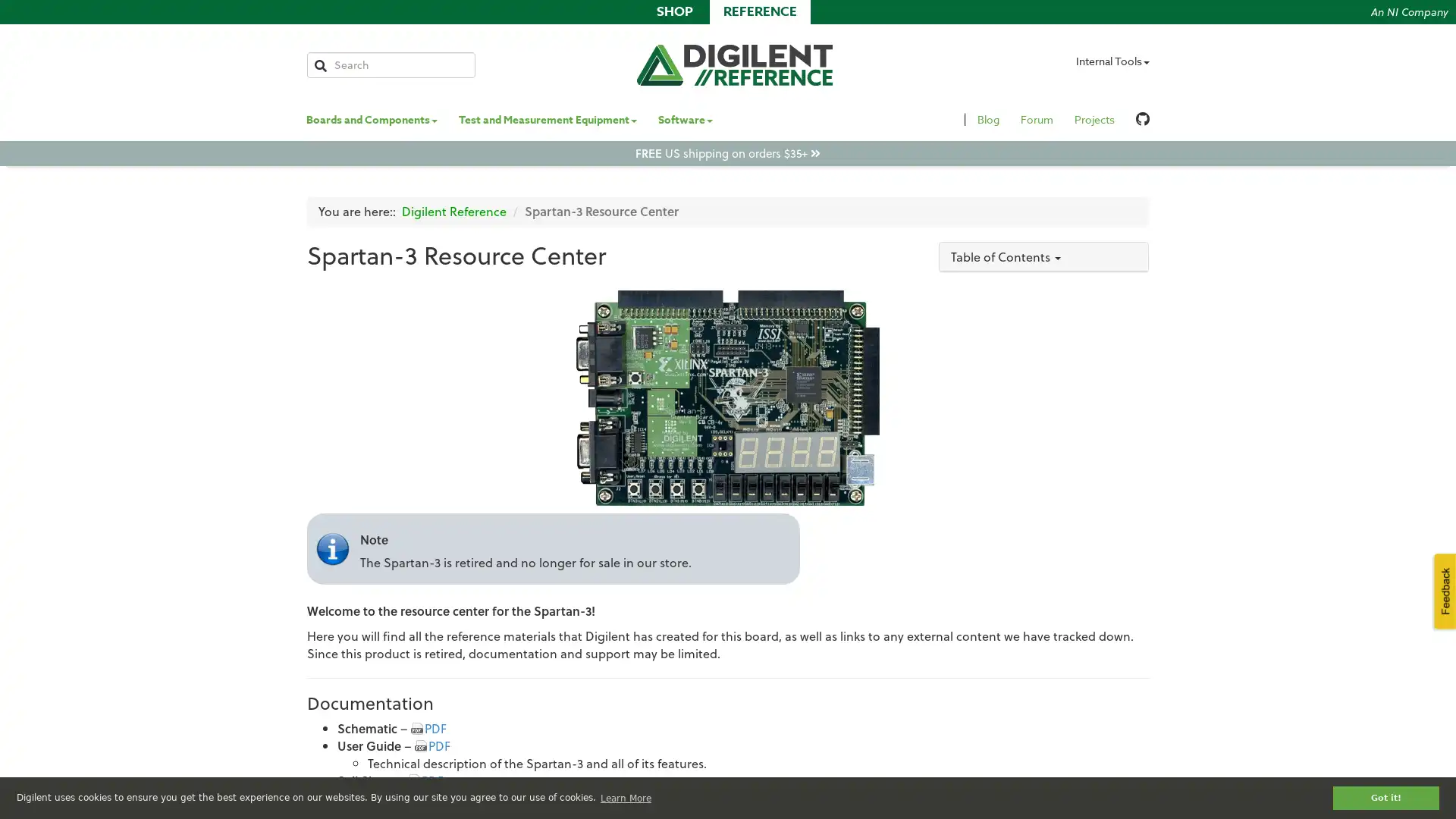  What do you see at coordinates (626, 797) in the screenshot?
I see `learn more about cookies` at bounding box center [626, 797].